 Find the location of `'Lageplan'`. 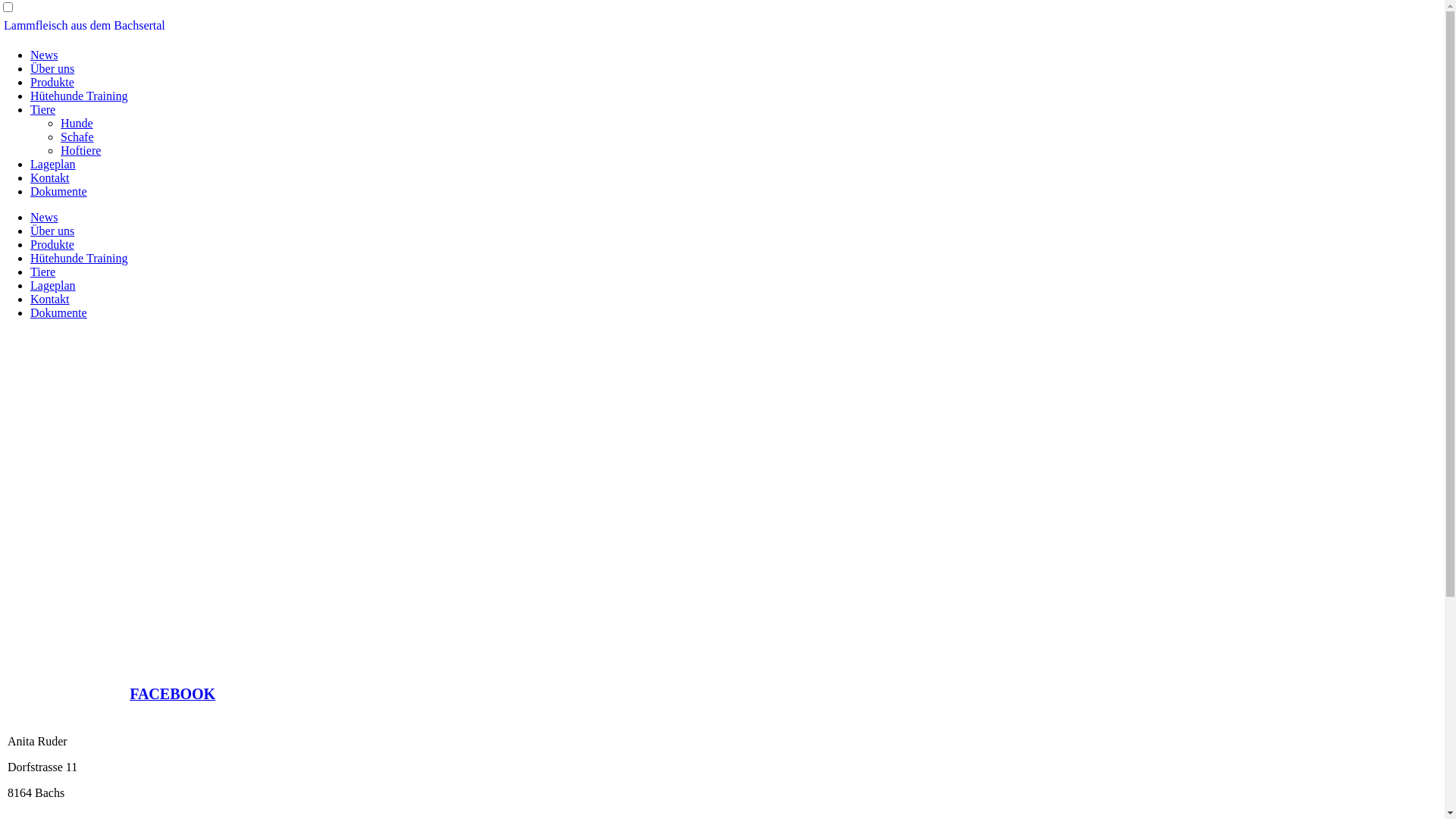

'Lageplan' is located at coordinates (53, 285).